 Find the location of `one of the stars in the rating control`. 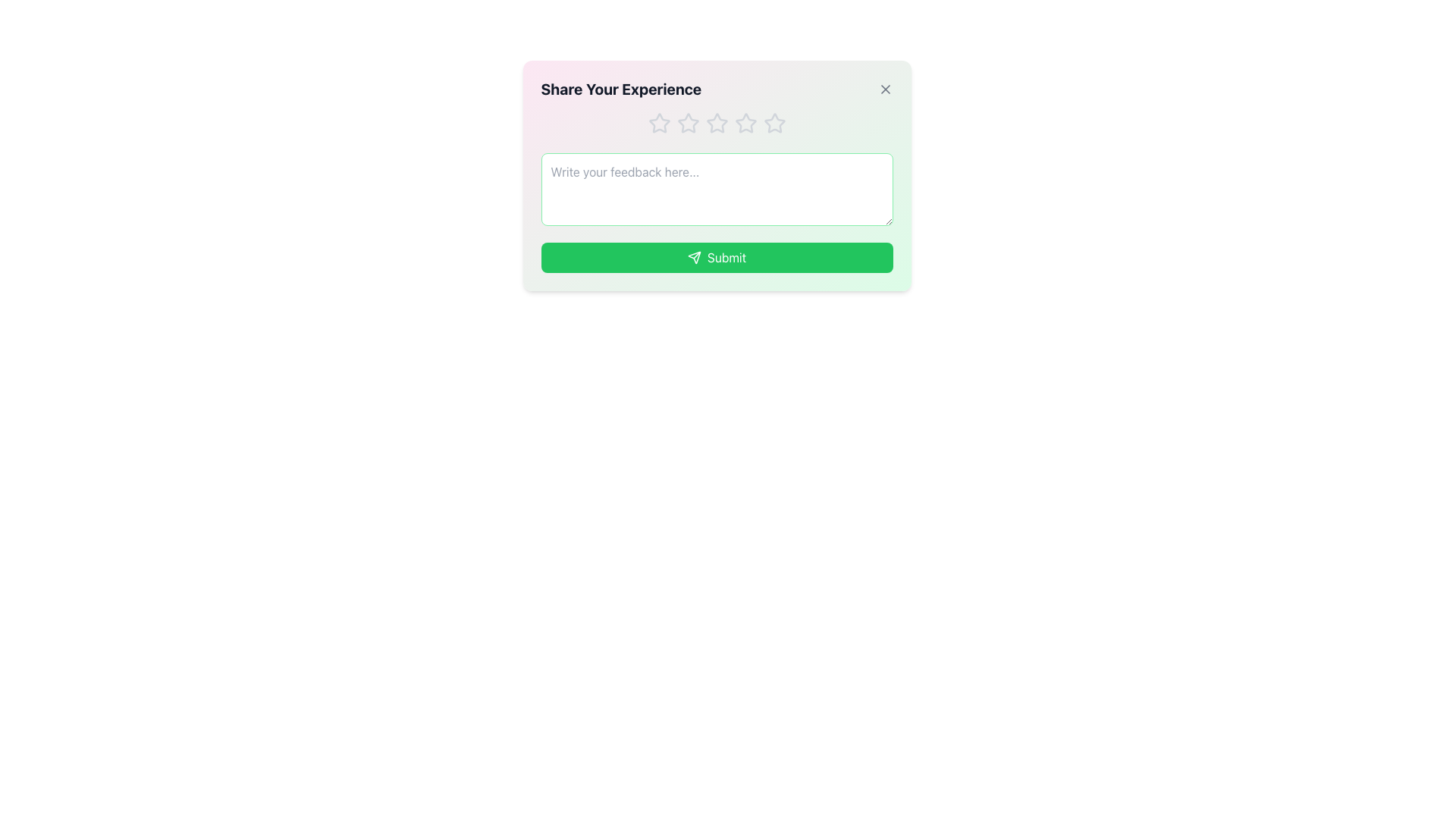

one of the stars in the rating control is located at coordinates (716, 122).